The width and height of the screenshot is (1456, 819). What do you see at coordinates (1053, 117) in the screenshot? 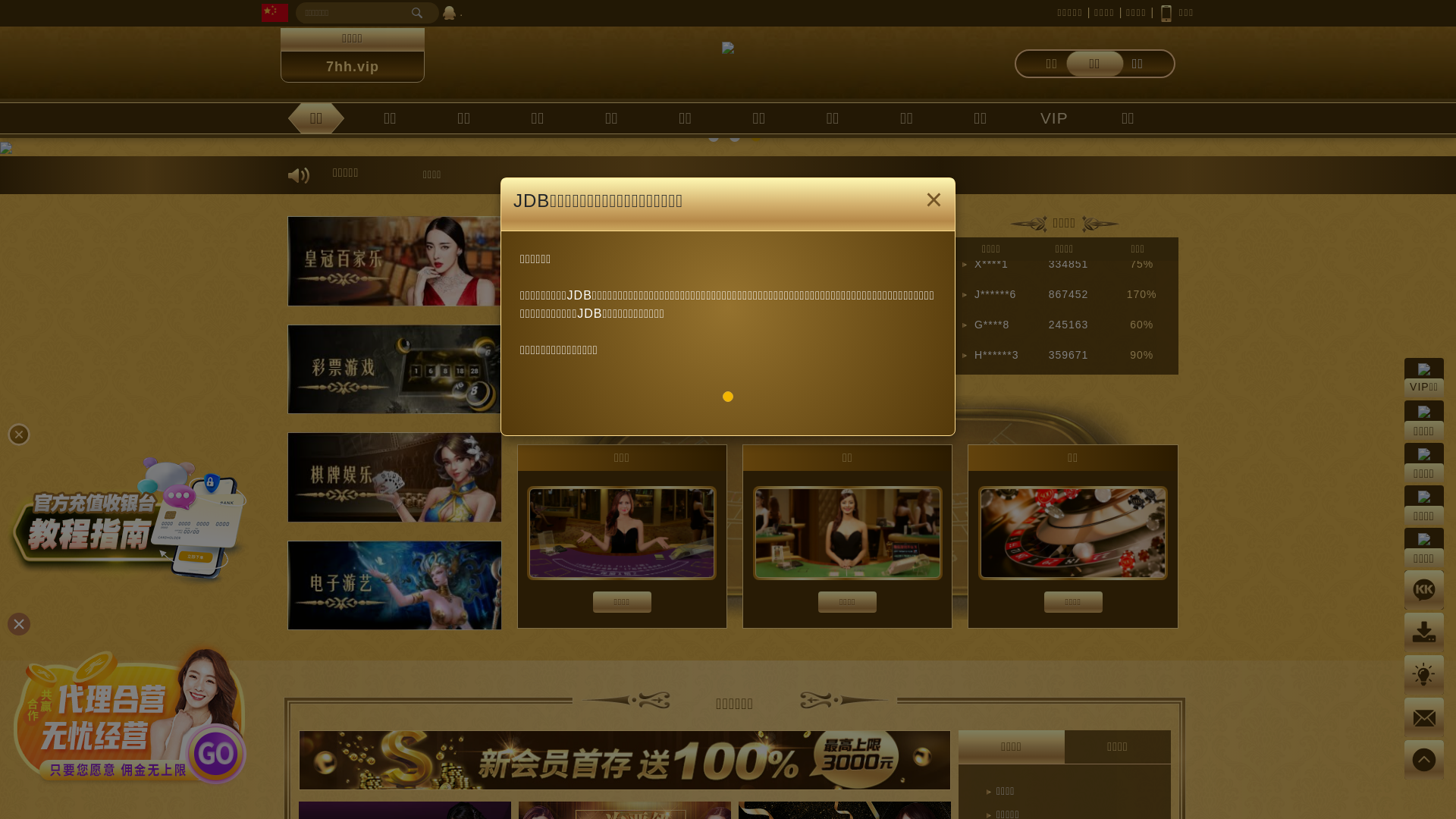
I see `'VIP'` at bounding box center [1053, 117].